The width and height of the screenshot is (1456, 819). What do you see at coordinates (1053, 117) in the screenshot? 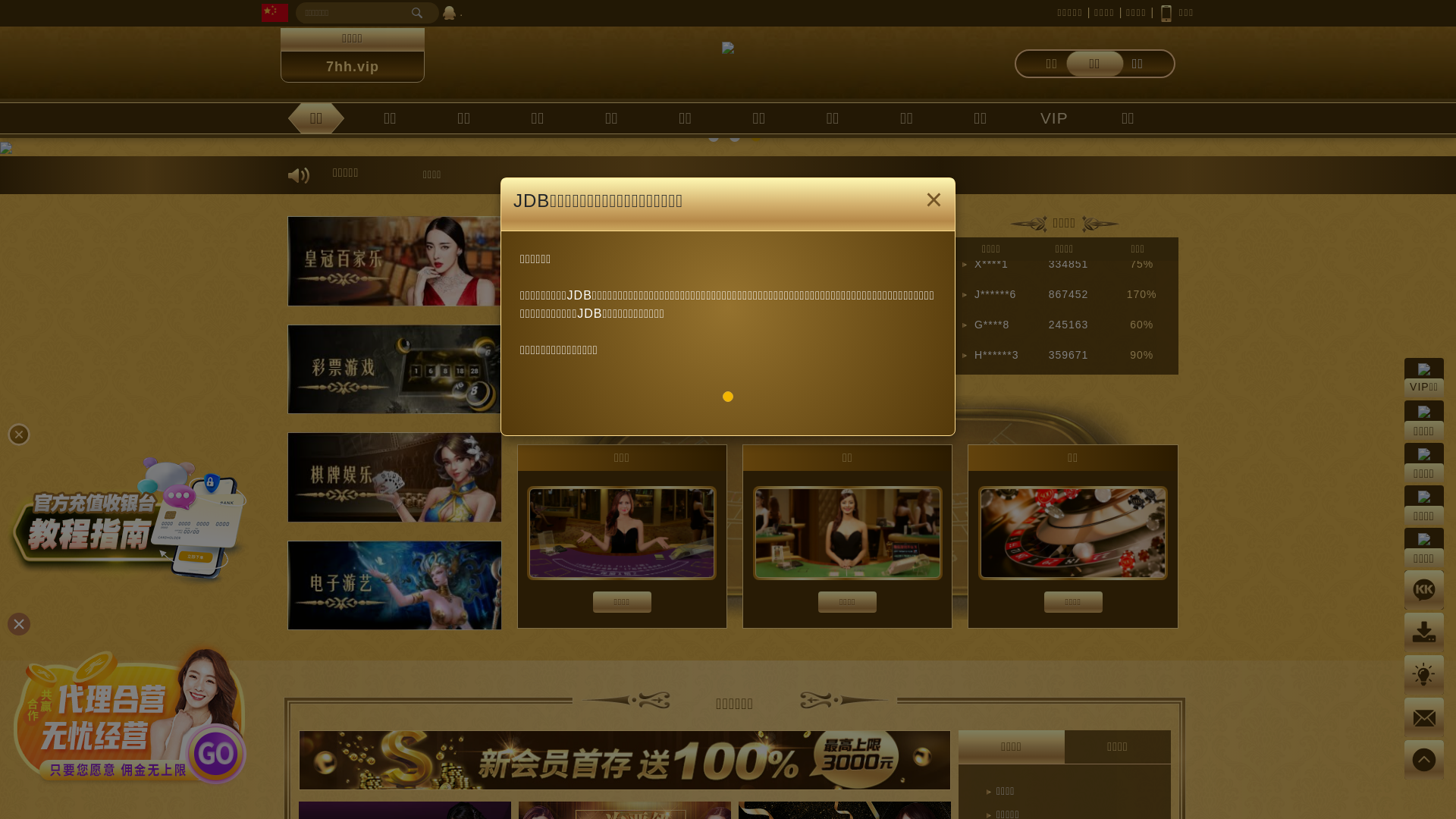
I see `'VIP'` at bounding box center [1053, 117].